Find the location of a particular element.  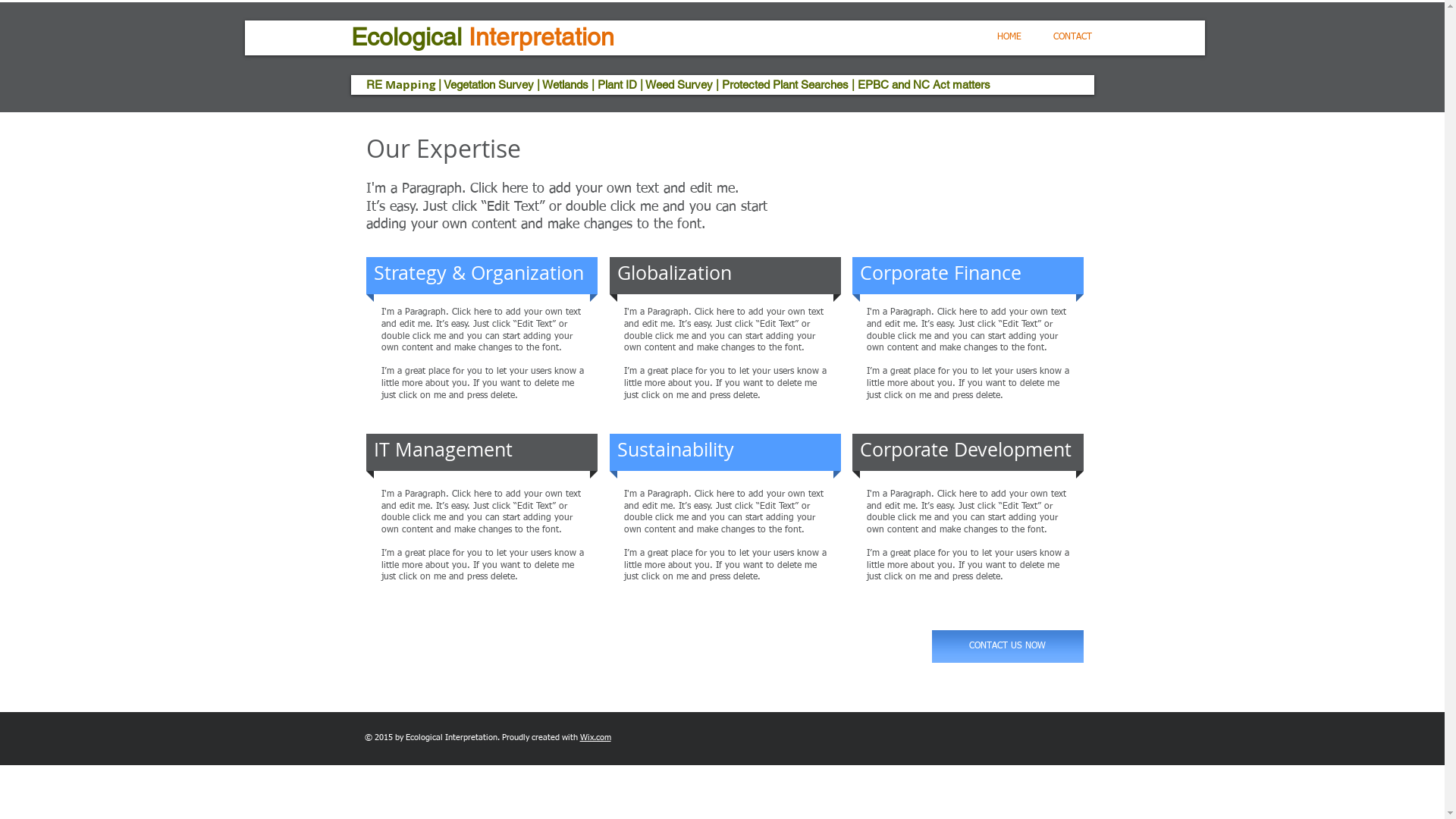

'HOME' is located at coordinates (1009, 36).